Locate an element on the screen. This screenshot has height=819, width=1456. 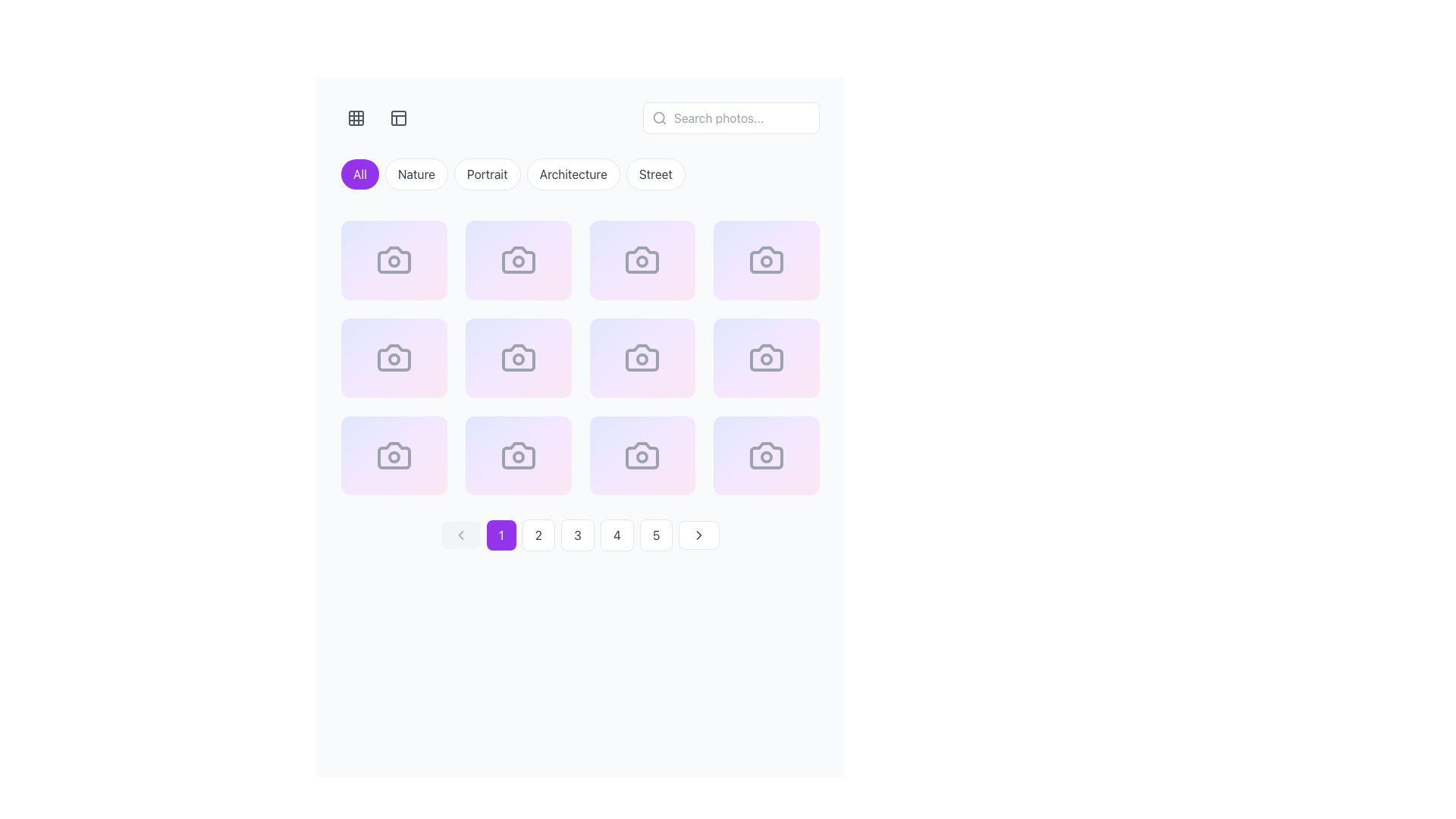
the filter button for 'Portrait' items, which is the third button in the horizontal list of filters, located between the 'Nature' and 'Architecture' buttons is located at coordinates (487, 174).